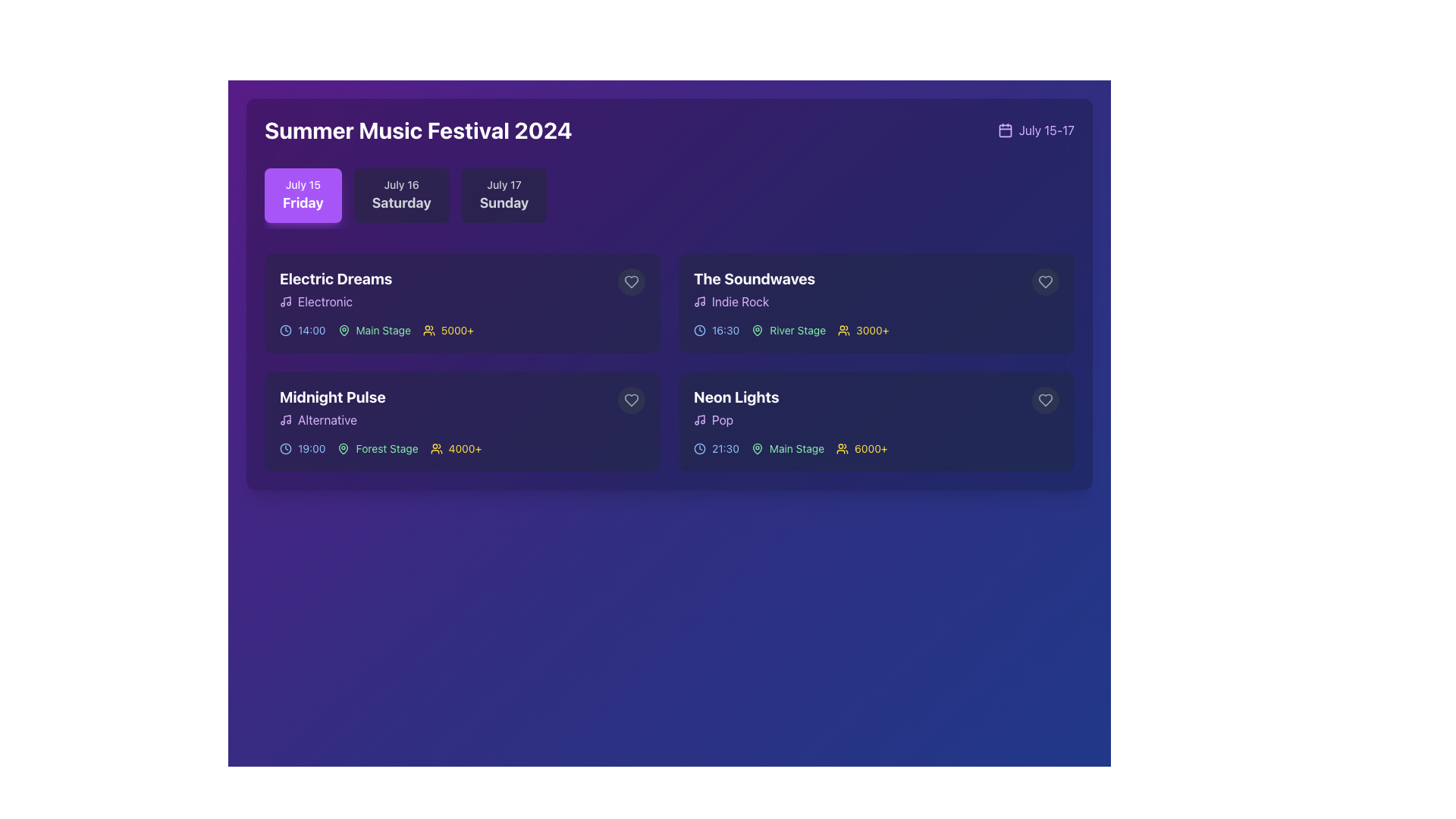  I want to click on the third button representing the date 'July 17' Sunday, so click(504, 195).